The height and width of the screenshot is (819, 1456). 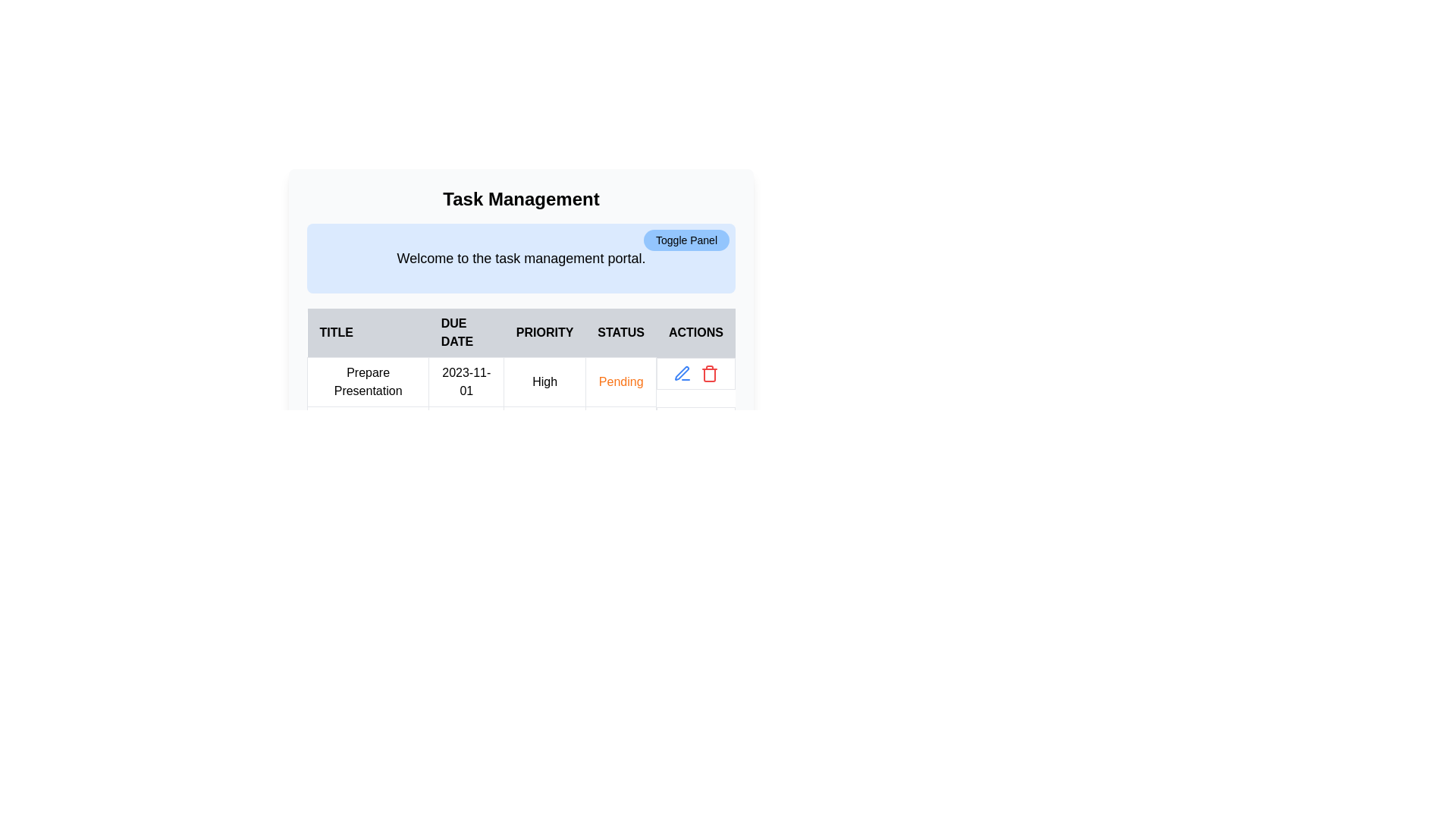 I want to click on the first row of the task table, so click(x=521, y=406).